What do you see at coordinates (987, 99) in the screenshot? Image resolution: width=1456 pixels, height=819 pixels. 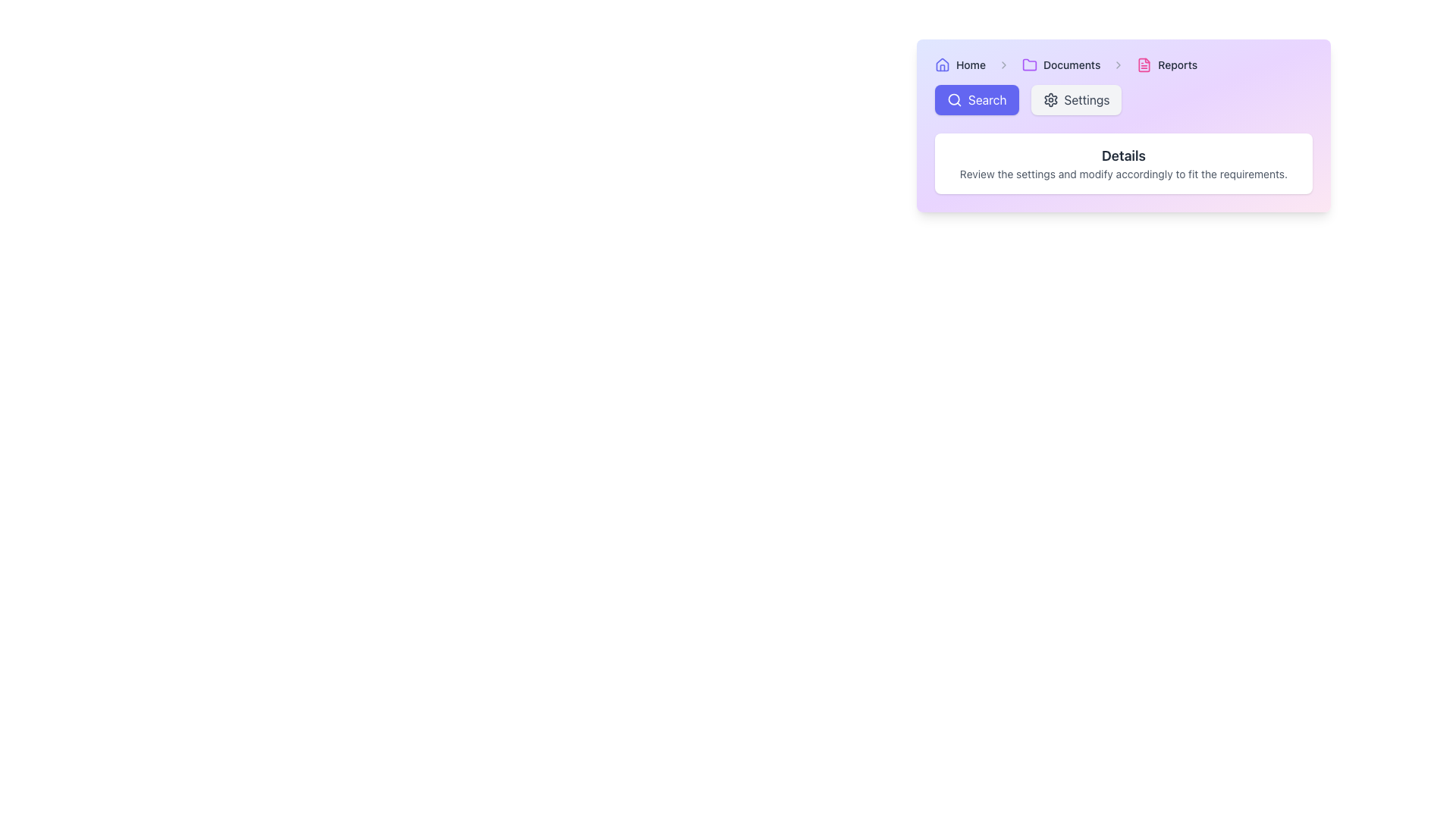 I see `the button that contains the text label indicating a search action, located in the top-left section of the purple header bar, to the right of the magnifying glass icon` at bounding box center [987, 99].